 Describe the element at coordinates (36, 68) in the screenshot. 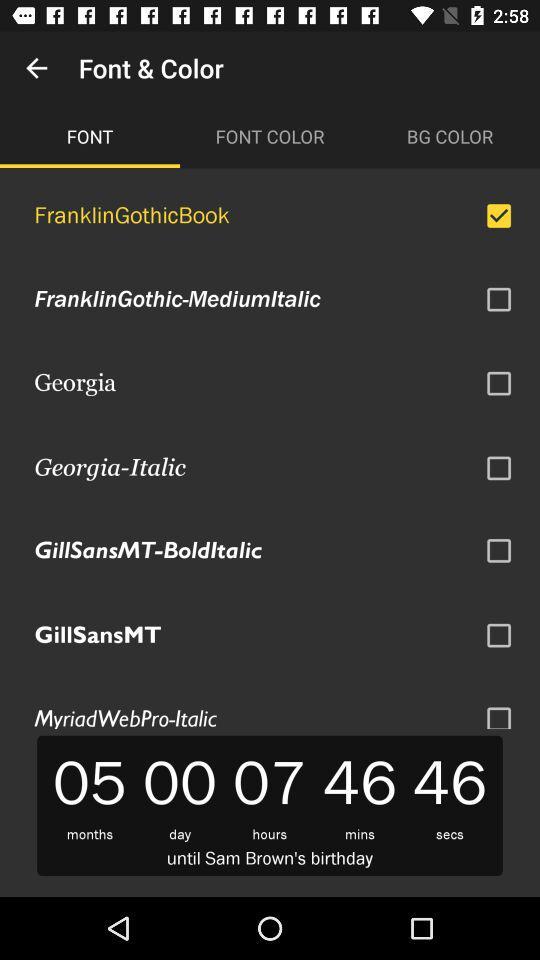

I see `the icon to the left of the font & color` at that location.